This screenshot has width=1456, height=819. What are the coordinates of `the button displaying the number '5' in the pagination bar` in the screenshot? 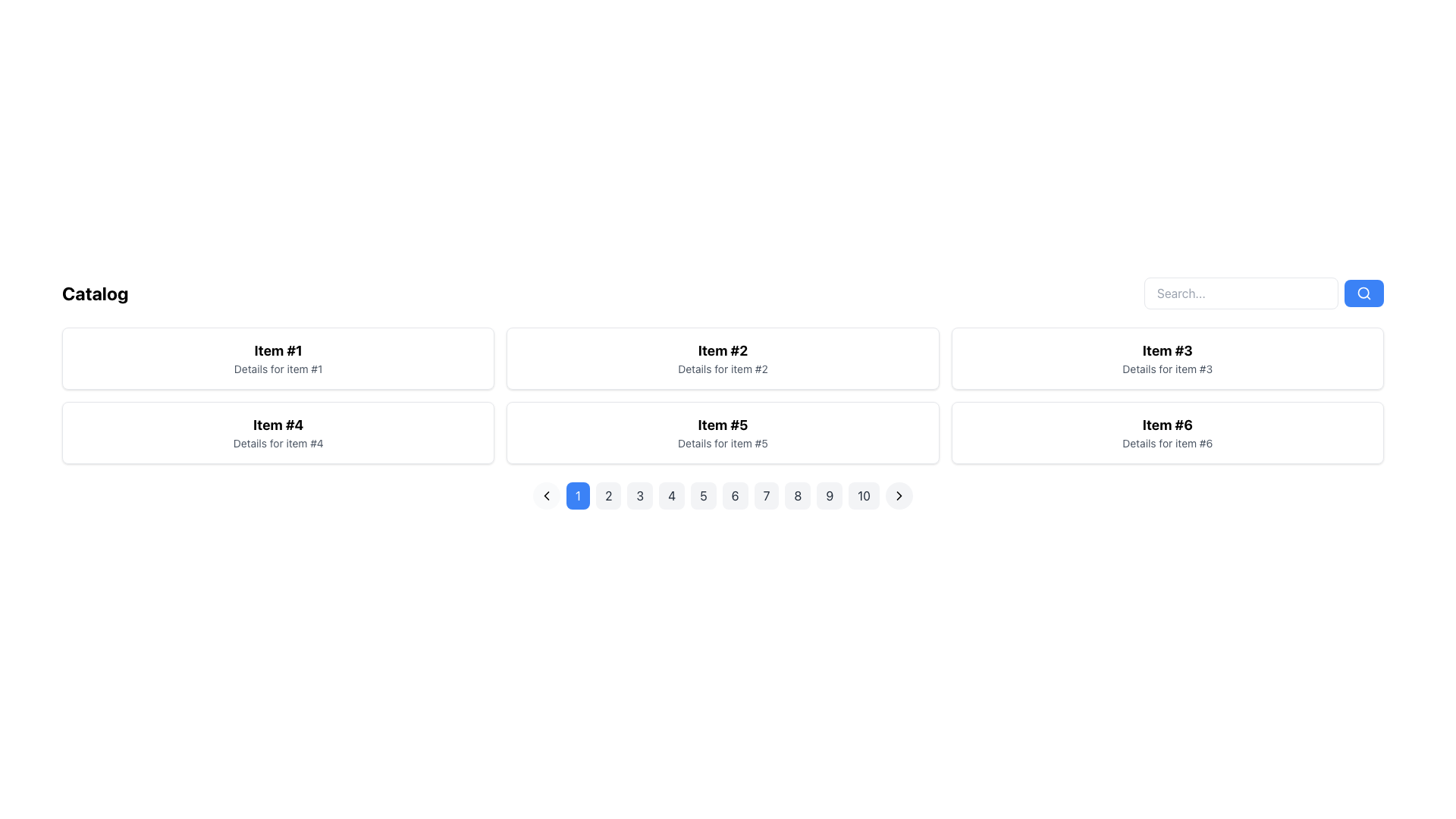 It's located at (702, 496).